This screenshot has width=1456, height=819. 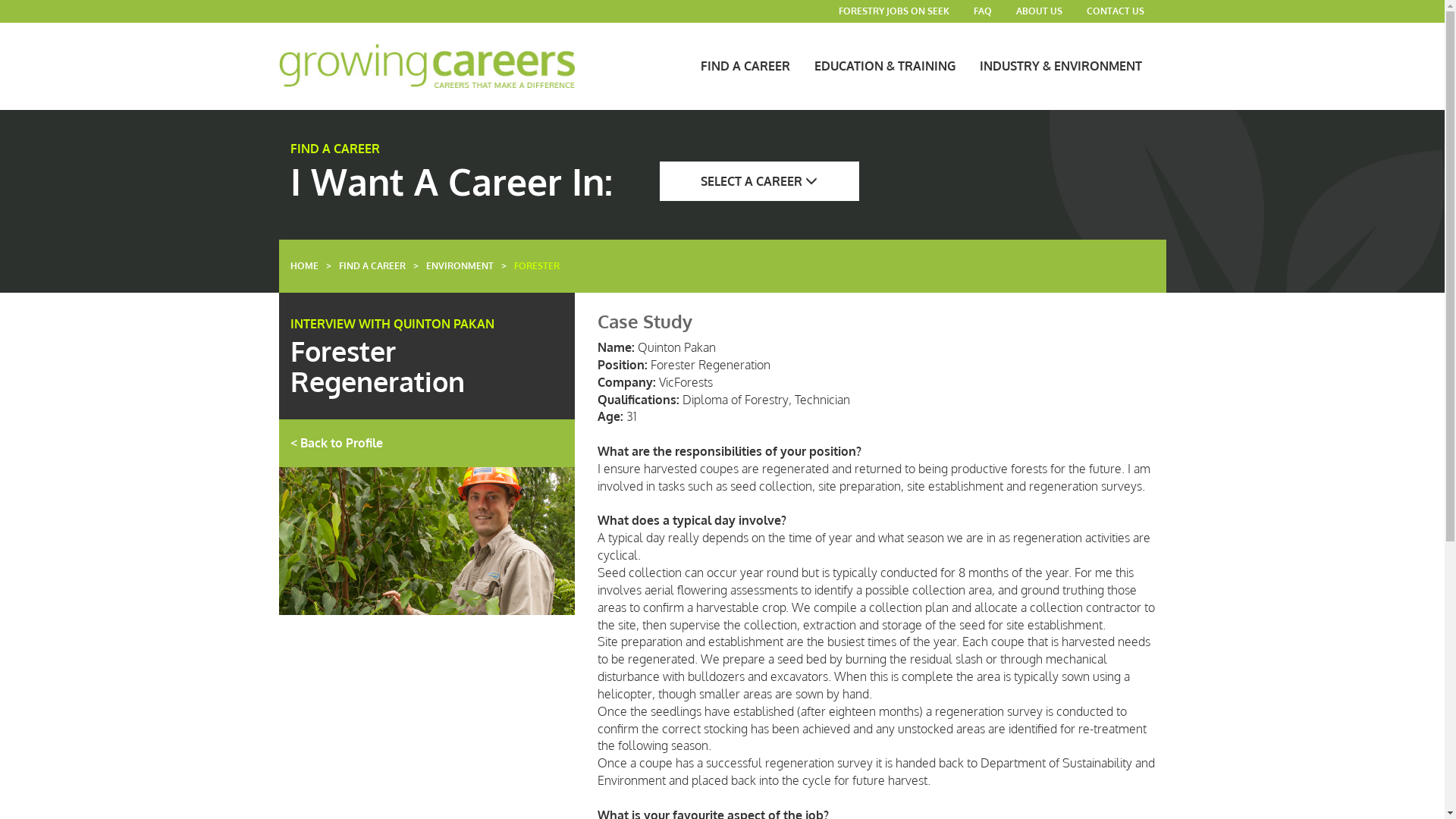 What do you see at coordinates (1038, 11) in the screenshot?
I see `'ABOUT US'` at bounding box center [1038, 11].